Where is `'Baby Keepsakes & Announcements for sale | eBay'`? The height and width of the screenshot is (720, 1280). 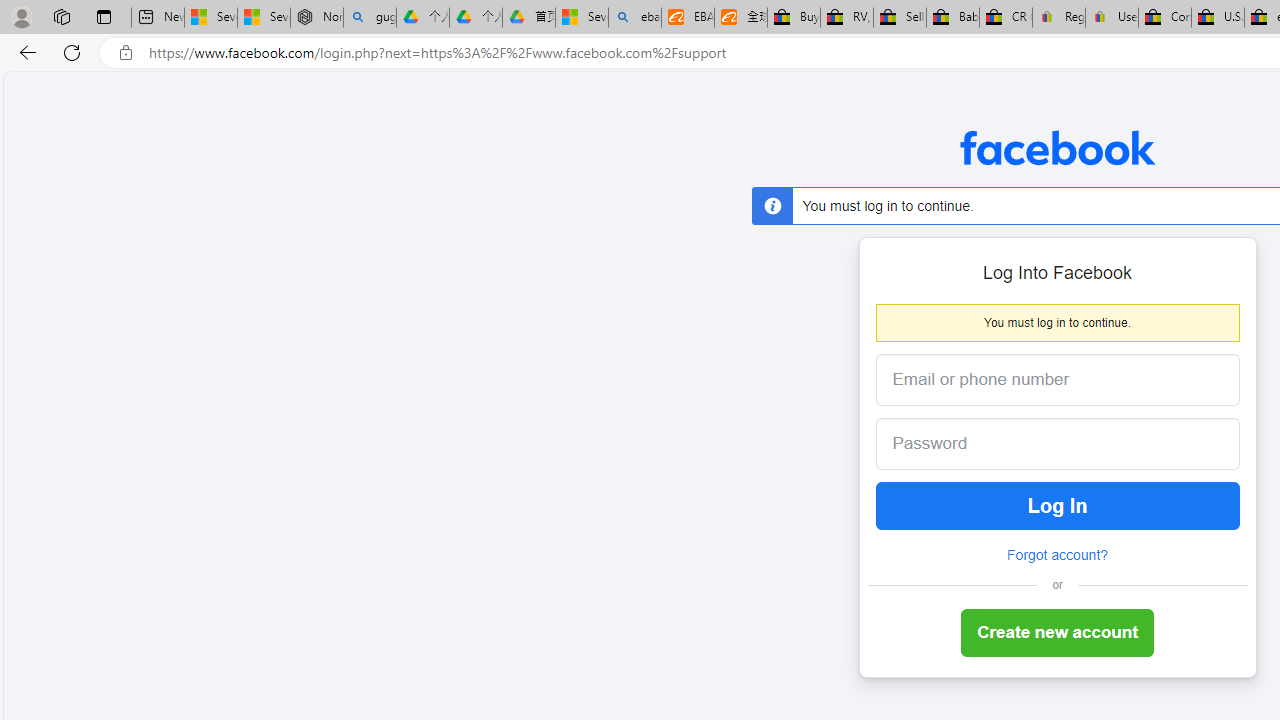
'Baby Keepsakes & Announcements for sale | eBay' is located at coordinates (951, 17).